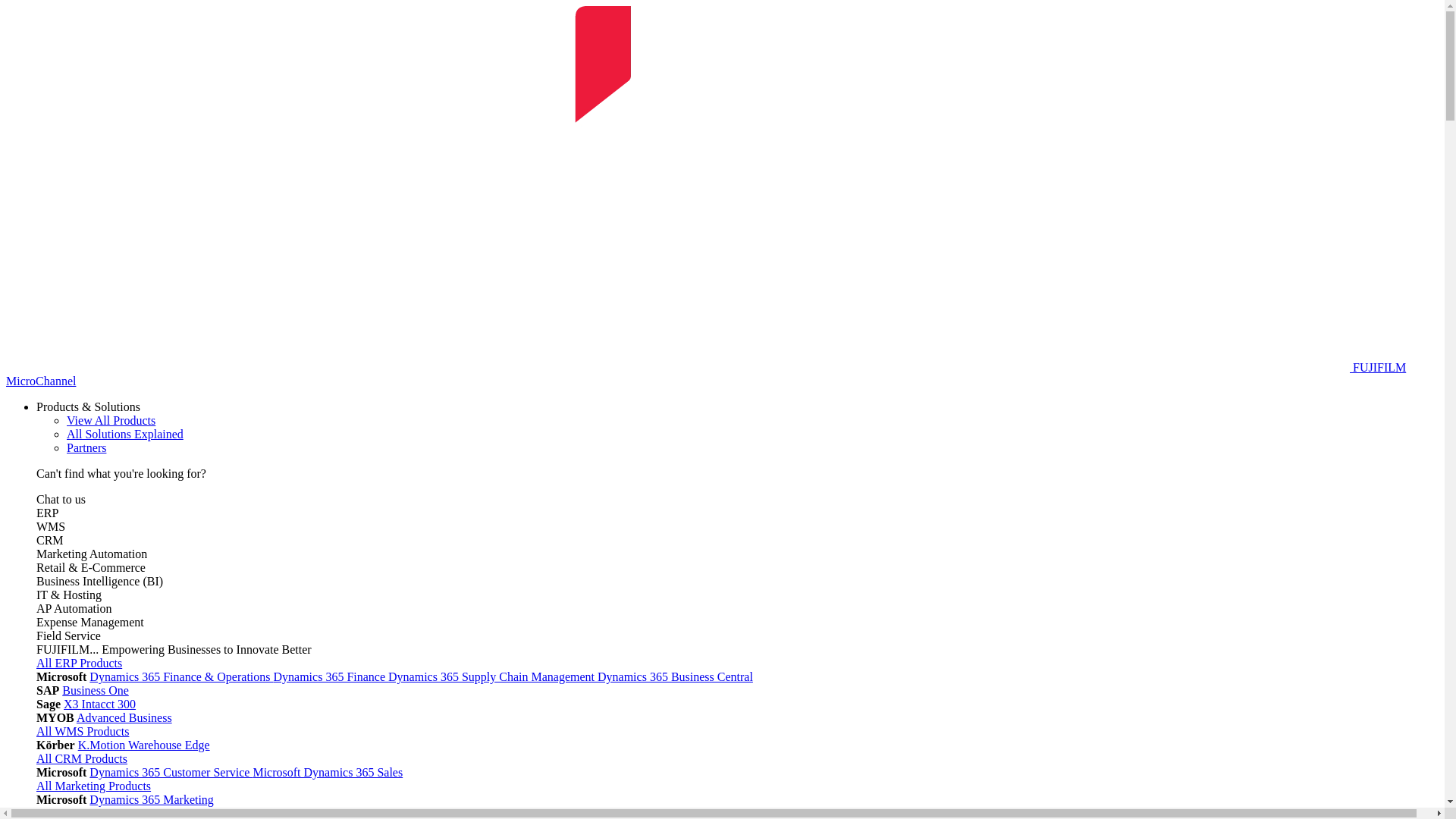 Image resolution: width=1456 pixels, height=819 pixels. I want to click on 'Dynamics 365 Customer Service', so click(171, 772).